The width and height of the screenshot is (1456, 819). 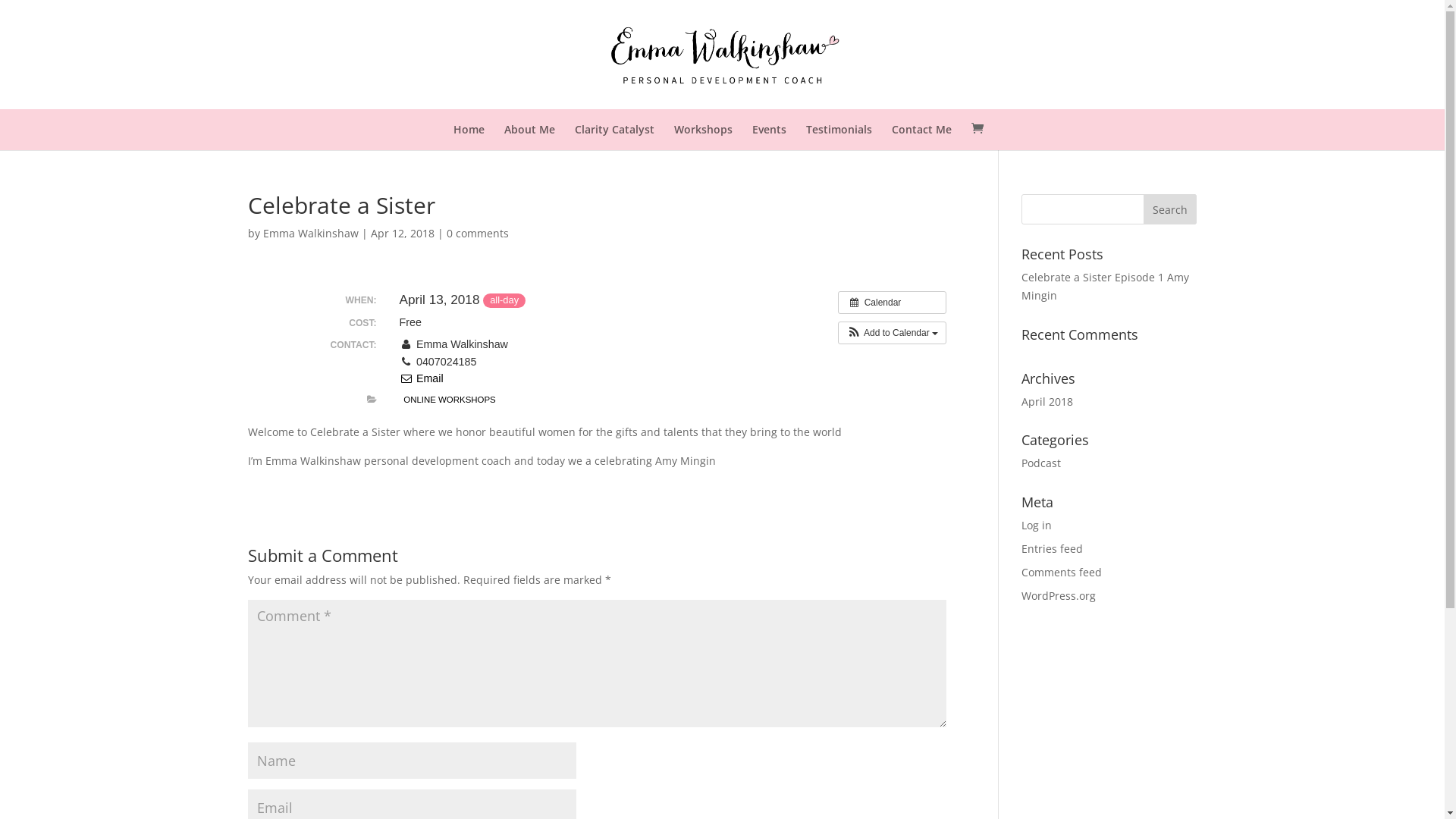 I want to click on 'Comments feed', so click(x=1061, y=572).